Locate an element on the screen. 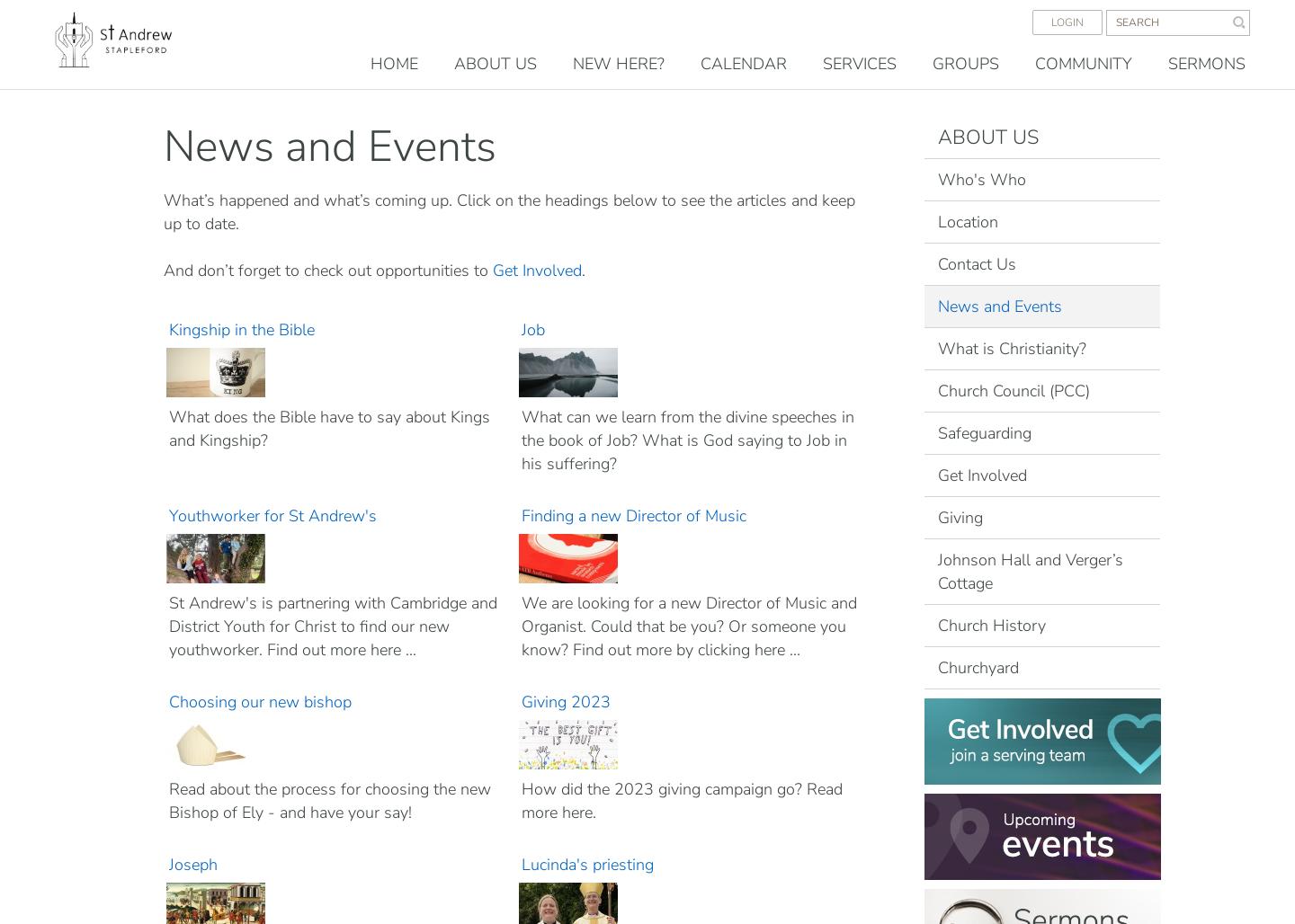 The width and height of the screenshot is (1295, 924). 'We are looking for a new Director of Music and Organist. Could that be you? Or someone you know? Find out more by clicking here ...' is located at coordinates (687, 626).